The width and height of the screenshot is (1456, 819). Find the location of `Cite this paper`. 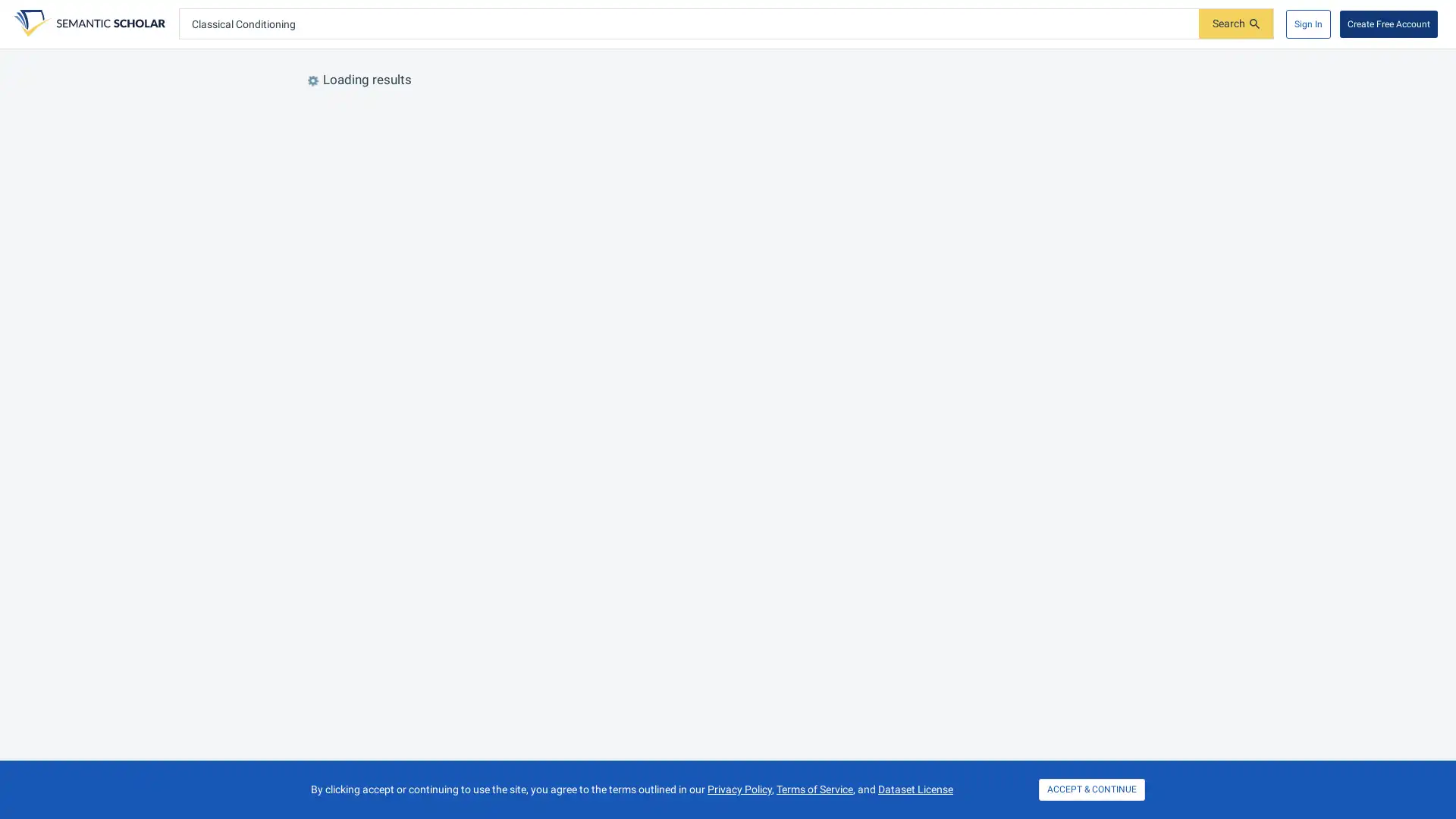

Cite this paper is located at coordinates (585, 535).